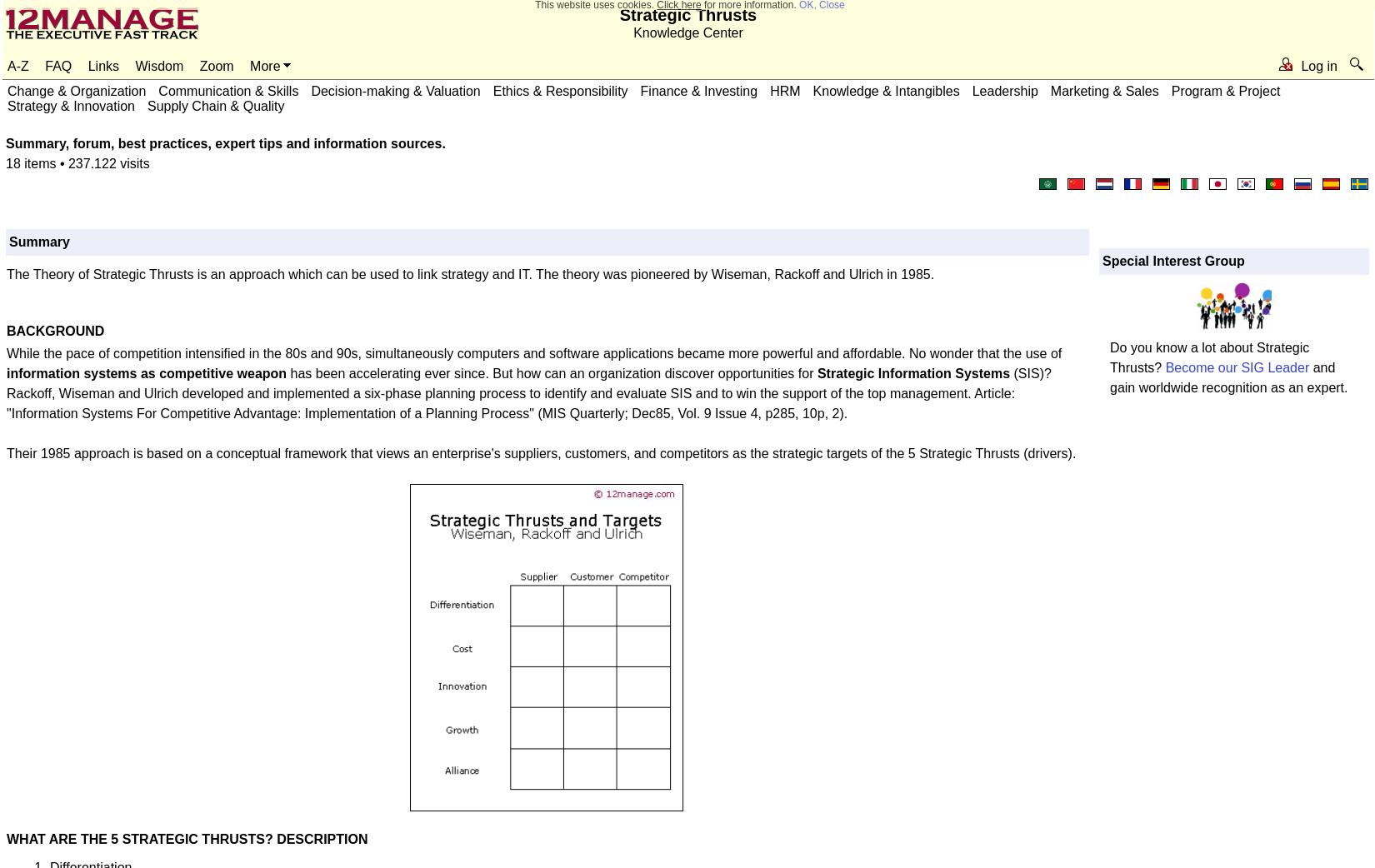  I want to click on 'Strategic Thrusts', so click(617, 14).